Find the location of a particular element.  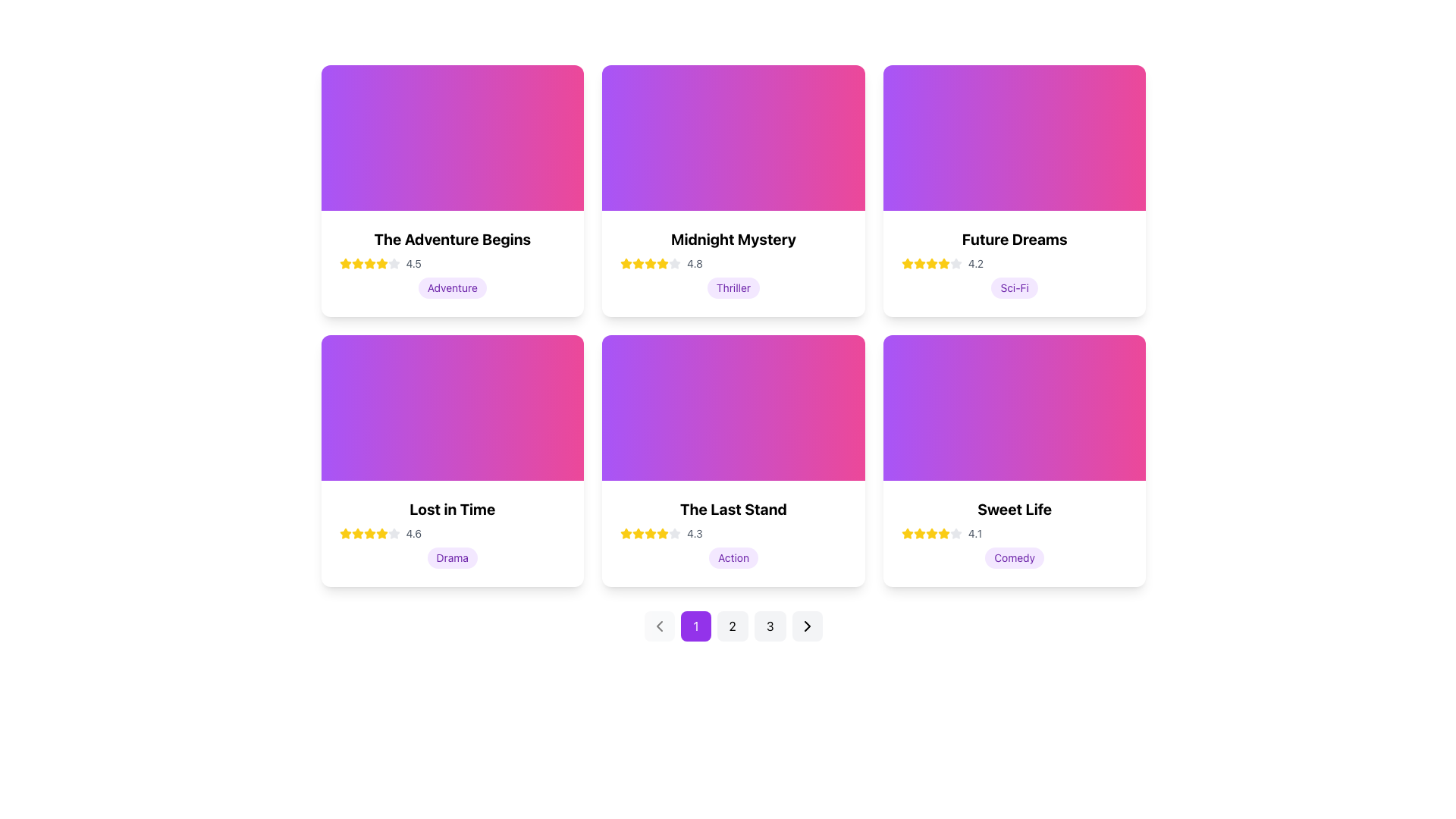

the first star rating icon, which is a bright yellow star icon indicating a rating of 4.3 for the movie 'The Last Stand' is located at coordinates (626, 533).